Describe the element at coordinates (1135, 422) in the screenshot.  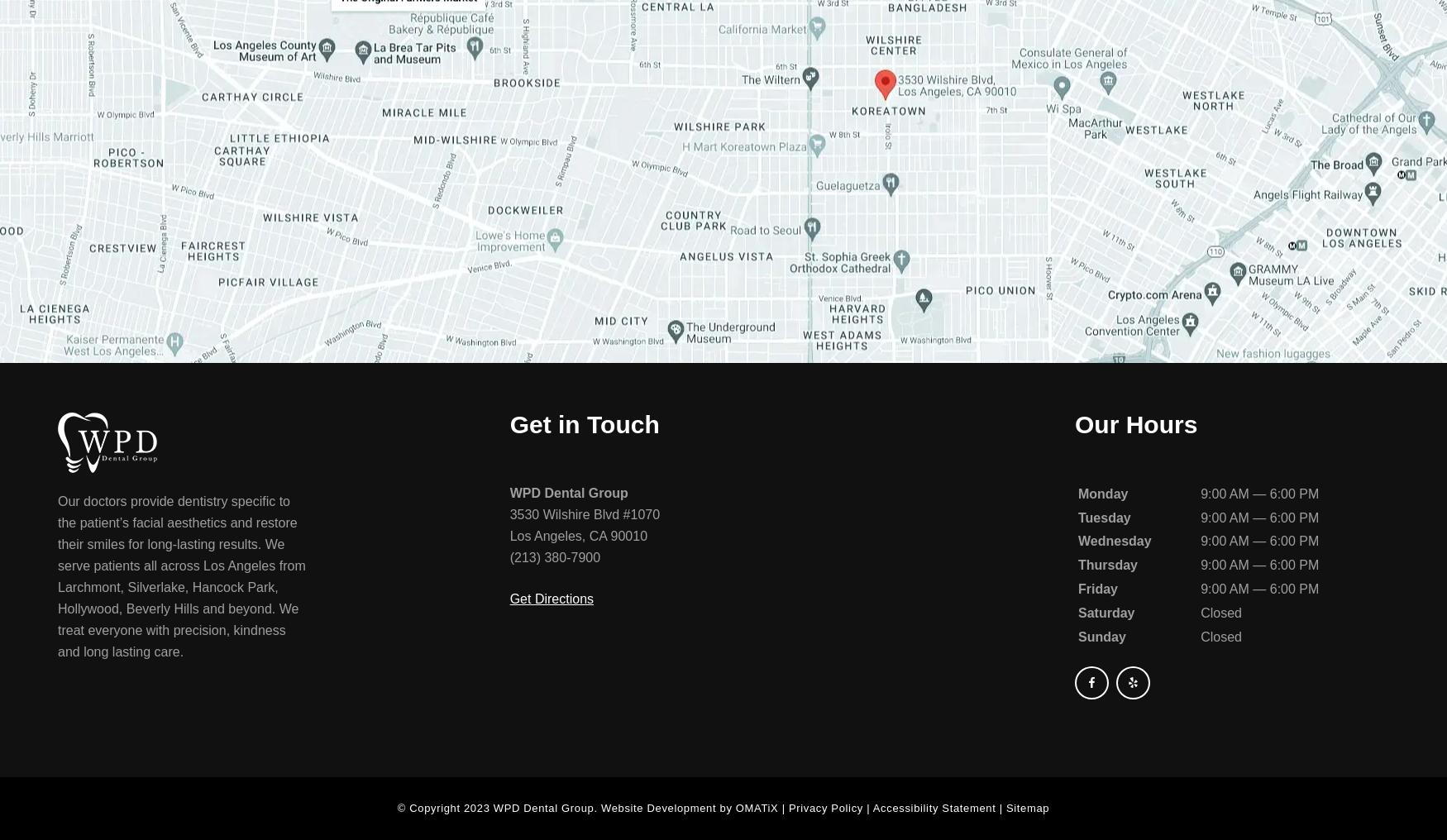
I see `'Our Hours'` at that location.